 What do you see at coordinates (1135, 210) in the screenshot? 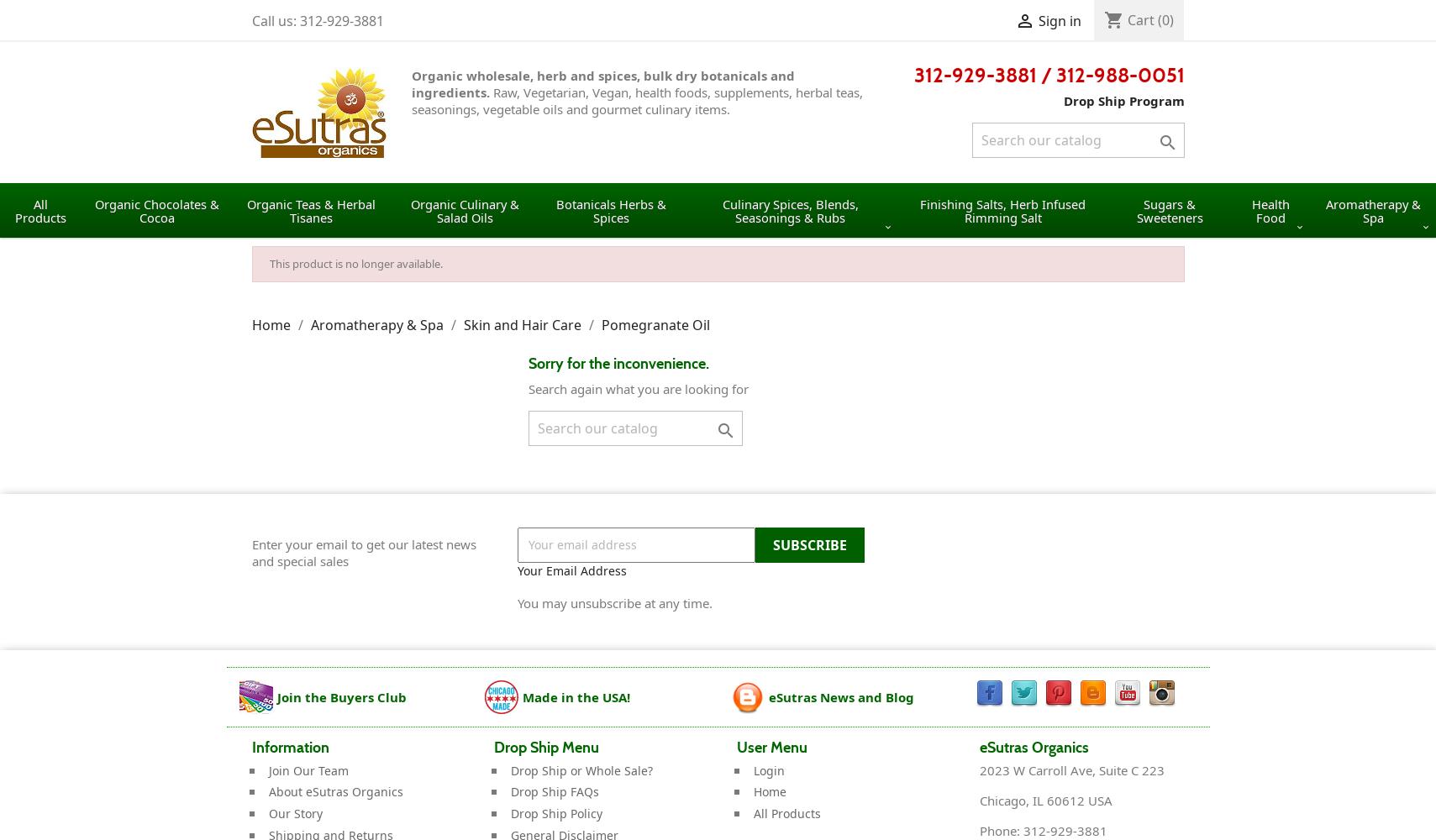
I see `'Sugars & Sweeteners'` at bounding box center [1135, 210].